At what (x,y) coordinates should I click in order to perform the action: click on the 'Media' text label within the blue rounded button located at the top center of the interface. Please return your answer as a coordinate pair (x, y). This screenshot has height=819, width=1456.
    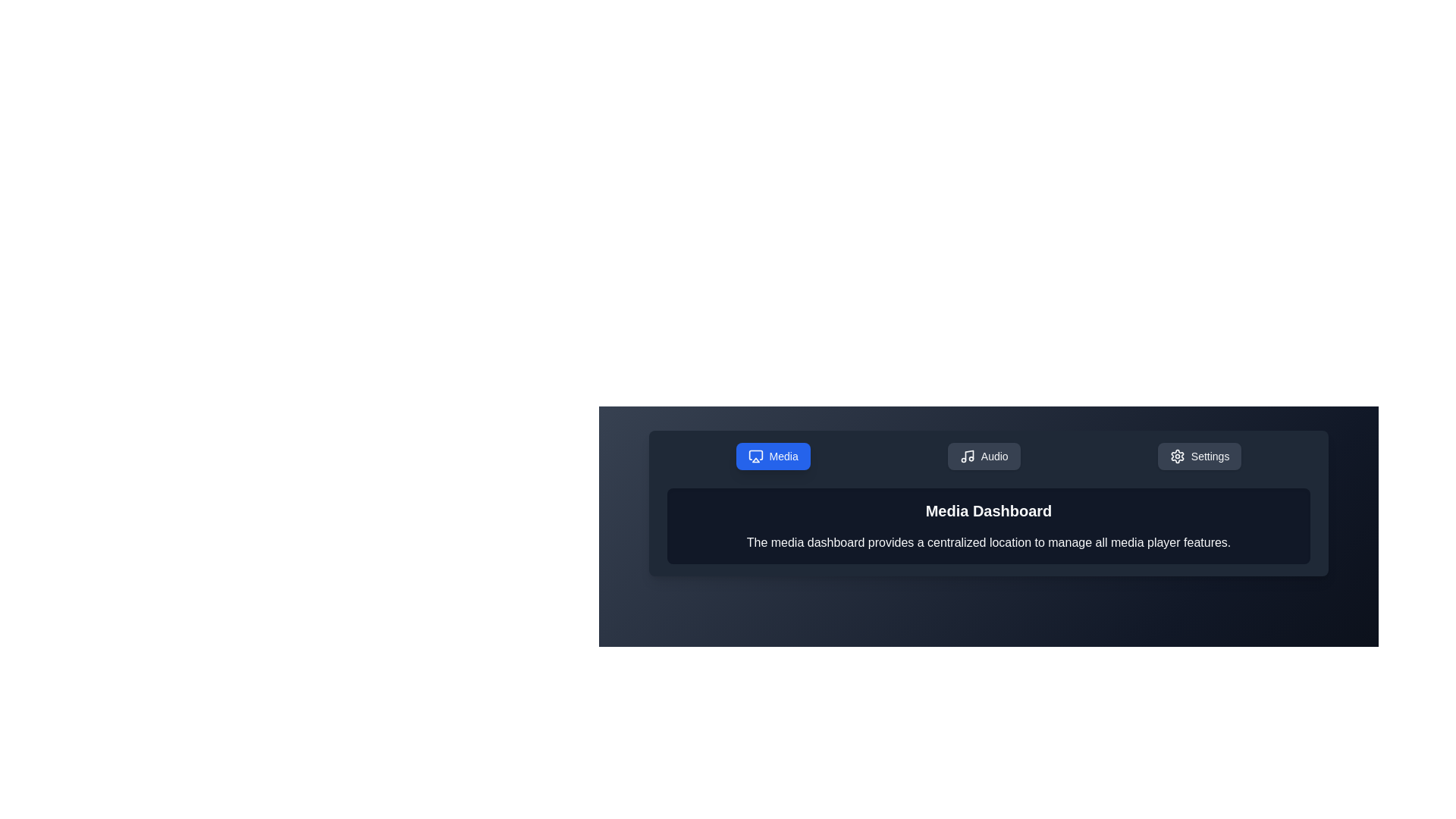
    Looking at the image, I should click on (783, 455).